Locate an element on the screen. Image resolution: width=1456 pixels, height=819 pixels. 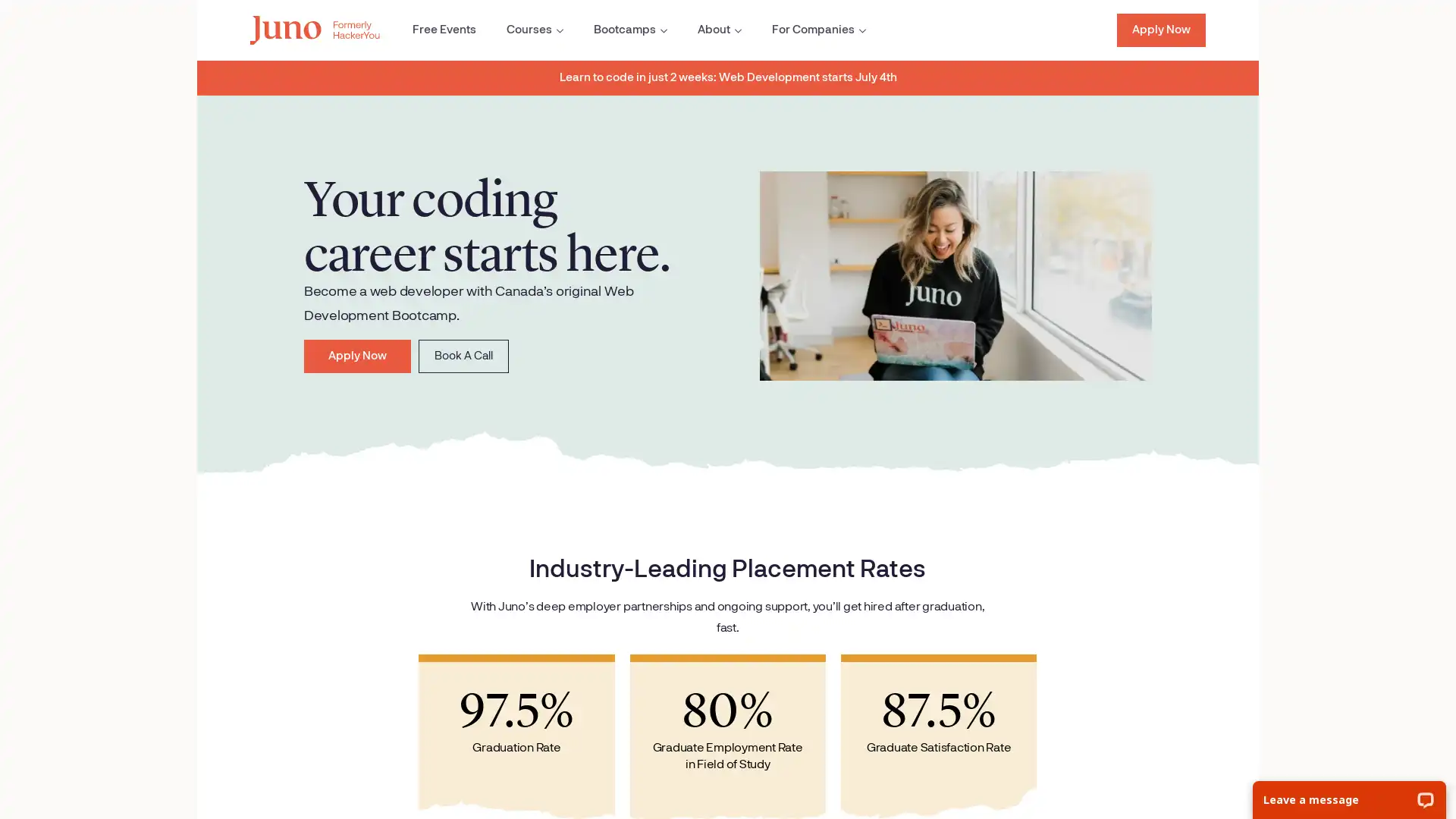
Open the Bootcamps sub menu. is located at coordinates (617, 30).